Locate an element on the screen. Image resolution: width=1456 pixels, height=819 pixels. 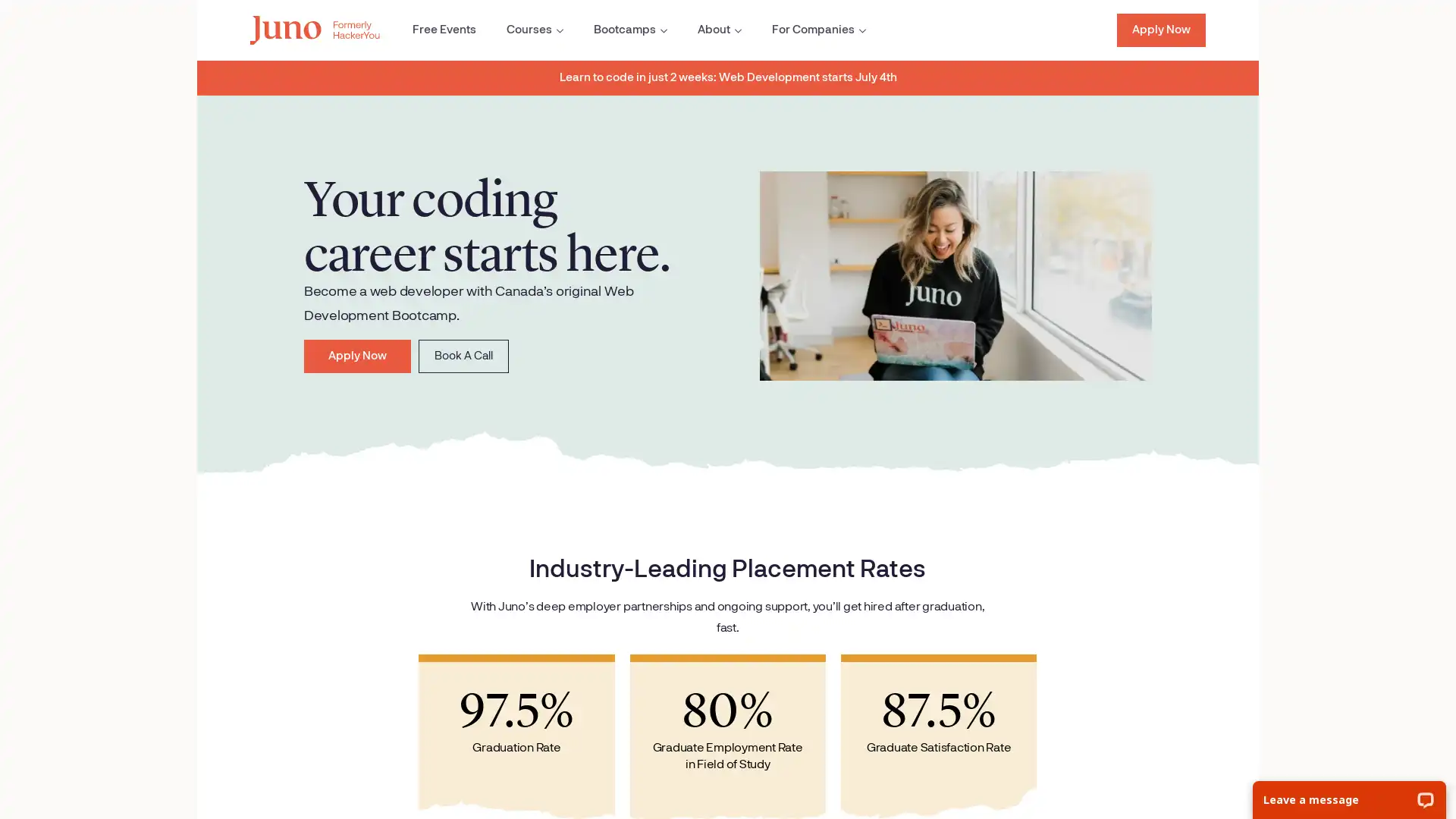
Open the Bootcamps sub menu. is located at coordinates (617, 30).